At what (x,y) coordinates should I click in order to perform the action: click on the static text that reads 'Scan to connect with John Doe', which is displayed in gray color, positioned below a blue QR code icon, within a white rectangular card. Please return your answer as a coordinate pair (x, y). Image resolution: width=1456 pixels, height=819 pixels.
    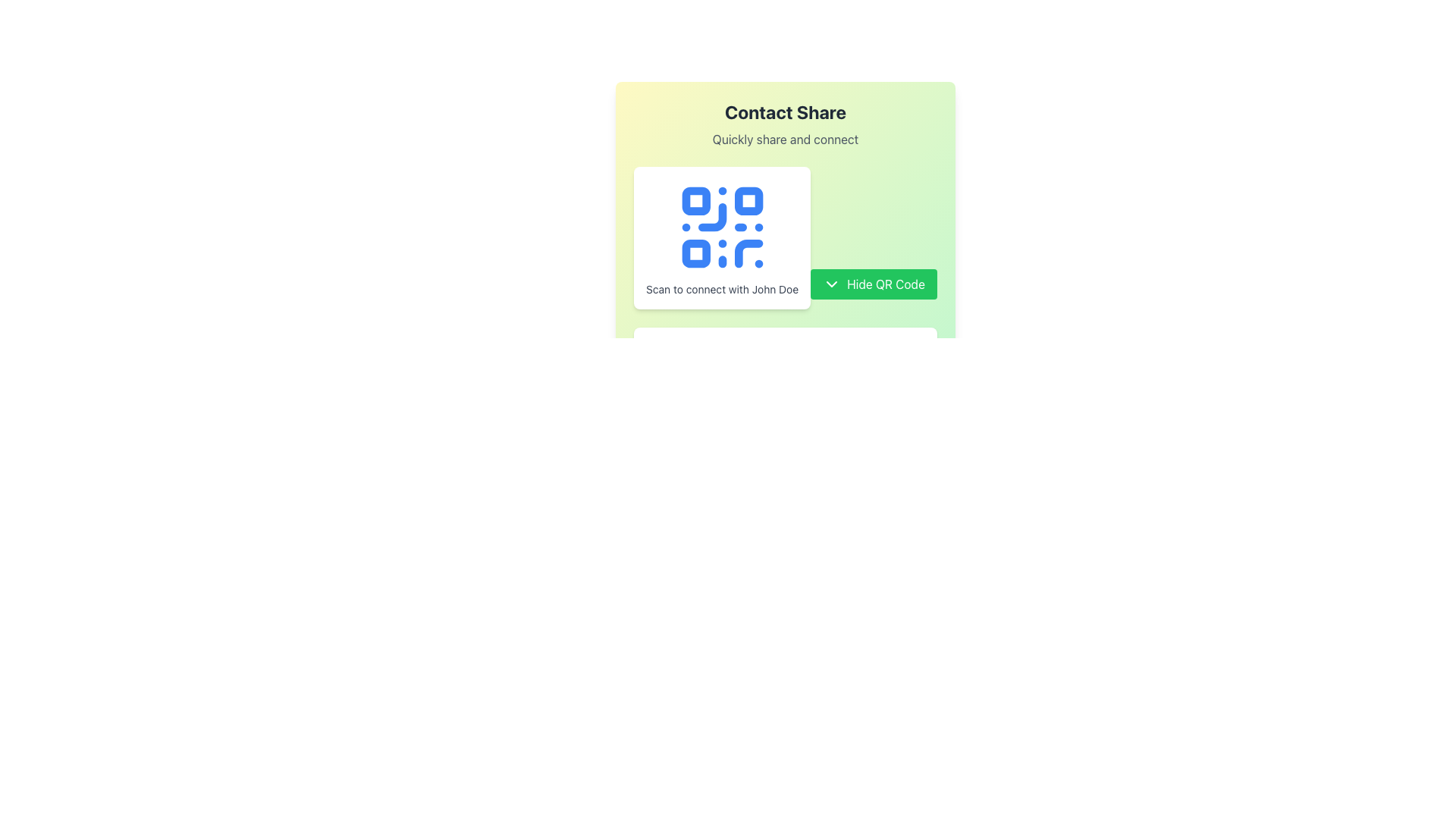
    Looking at the image, I should click on (721, 289).